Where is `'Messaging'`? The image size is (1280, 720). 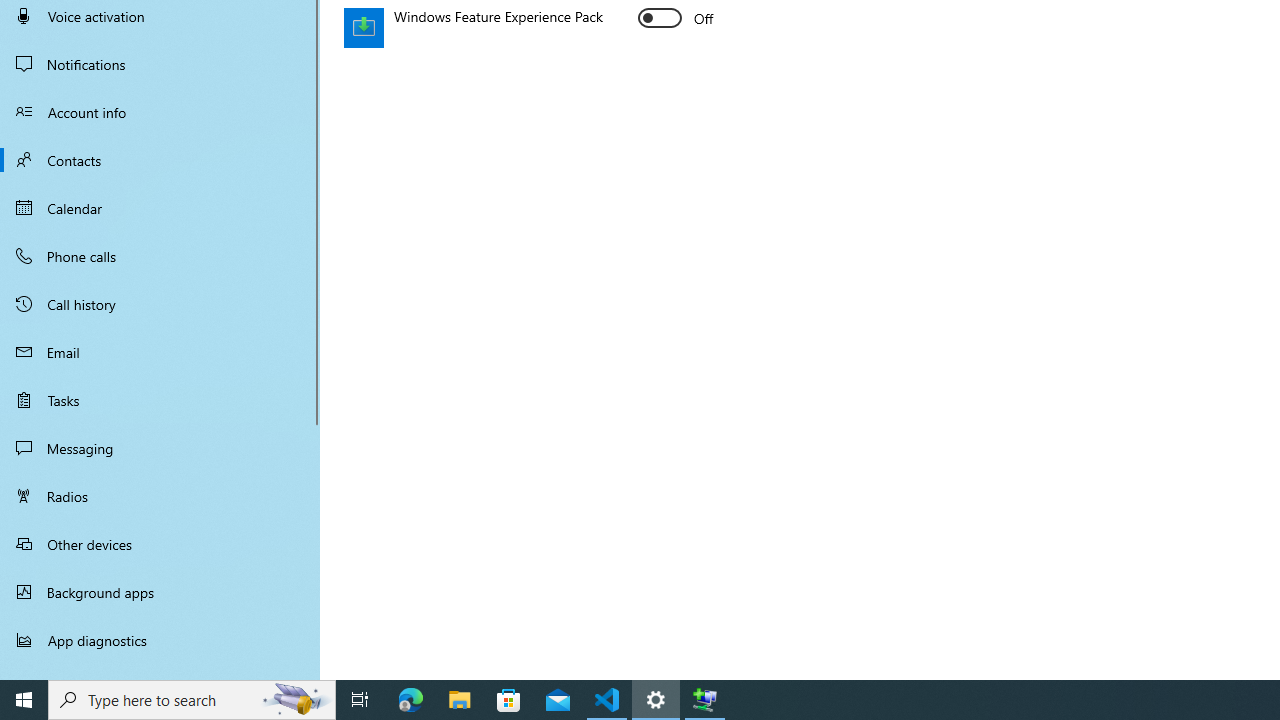
'Messaging' is located at coordinates (160, 447).